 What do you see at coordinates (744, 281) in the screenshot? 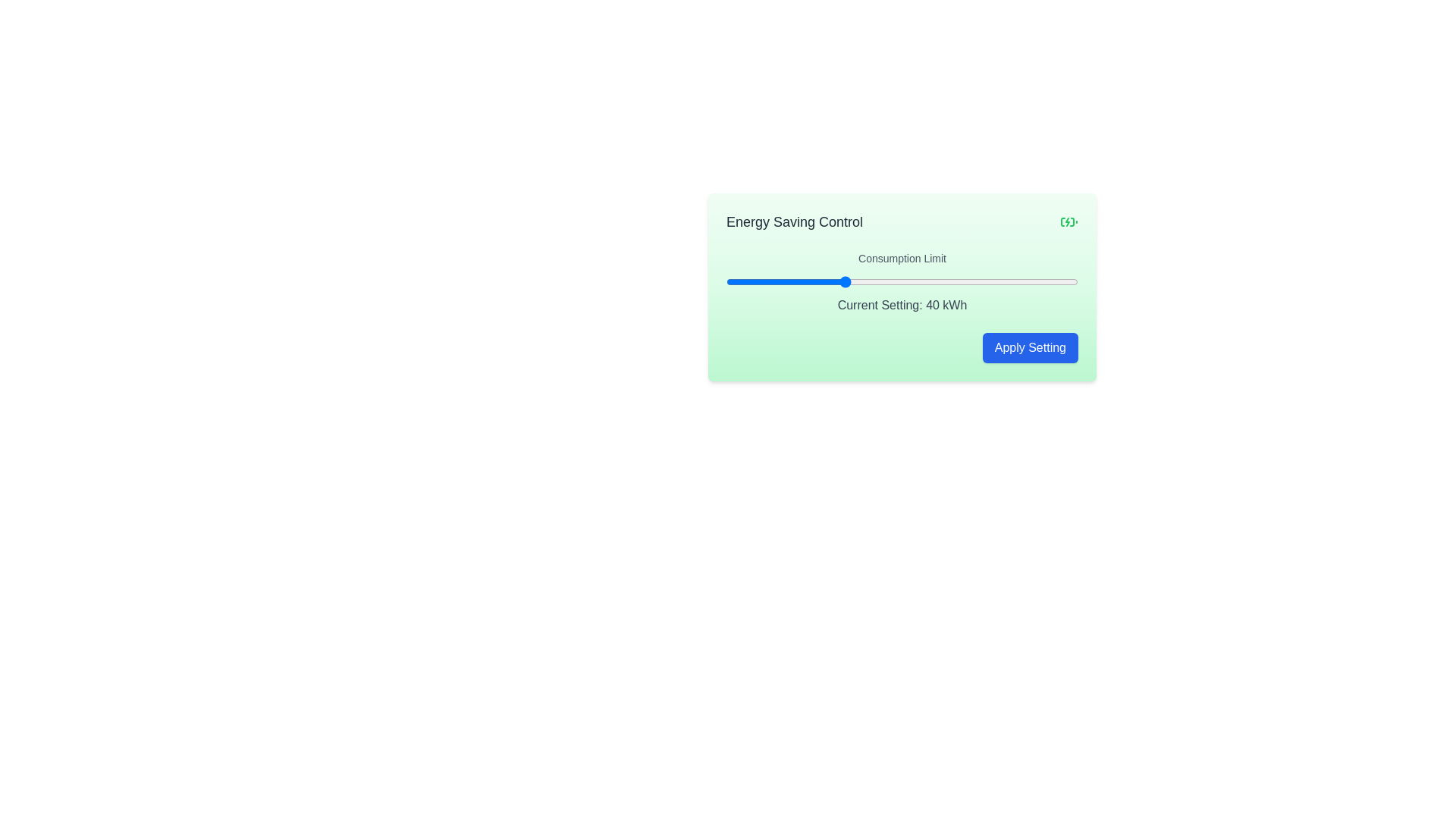
I see `the consumption limit slider to set the value to 23` at bounding box center [744, 281].